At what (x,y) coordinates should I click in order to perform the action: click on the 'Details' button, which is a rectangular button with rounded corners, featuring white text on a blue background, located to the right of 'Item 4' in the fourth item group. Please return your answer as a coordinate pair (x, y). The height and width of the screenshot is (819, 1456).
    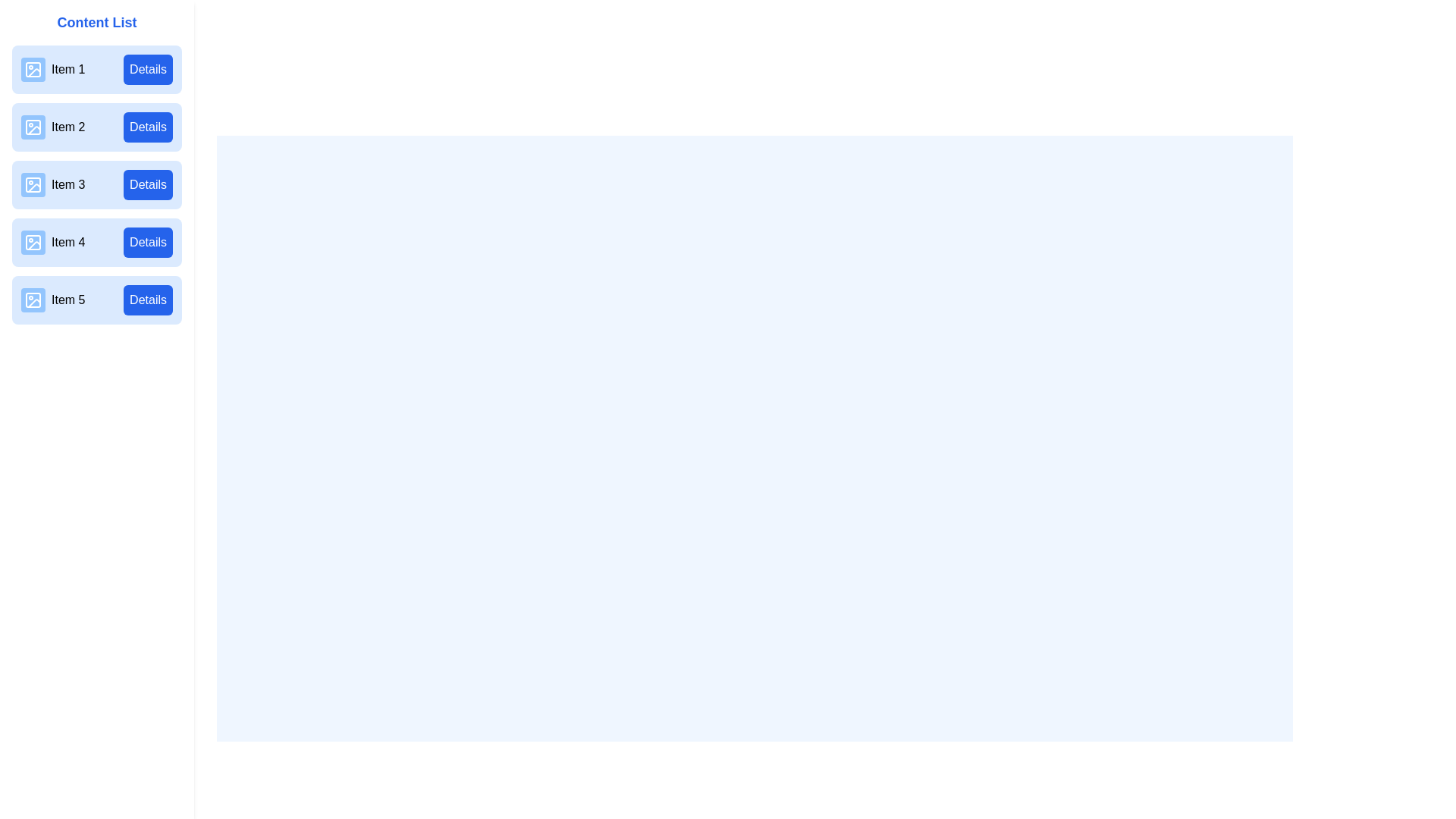
    Looking at the image, I should click on (148, 242).